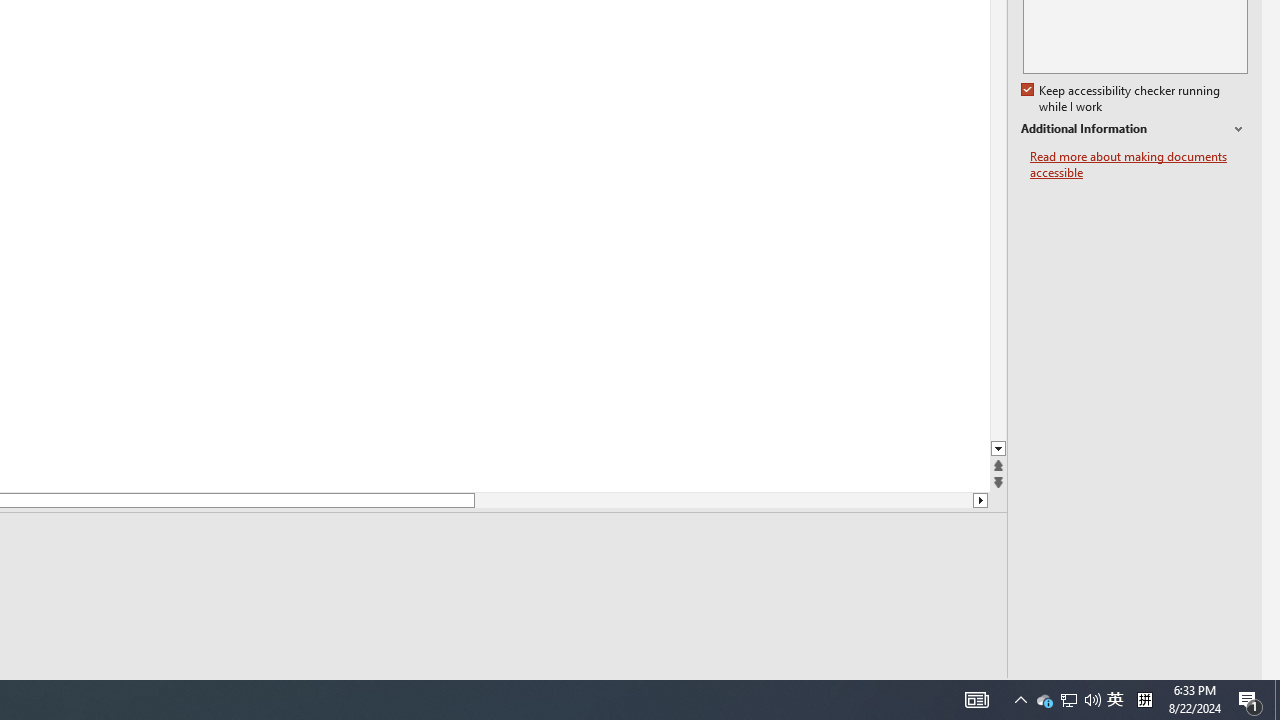 This screenshot has height=720, width=1280. What do you see at coordinates (1139, 163) in the screenshot?
I see `'Read more about making documents accessible'` at bounding box center [1139, 163].